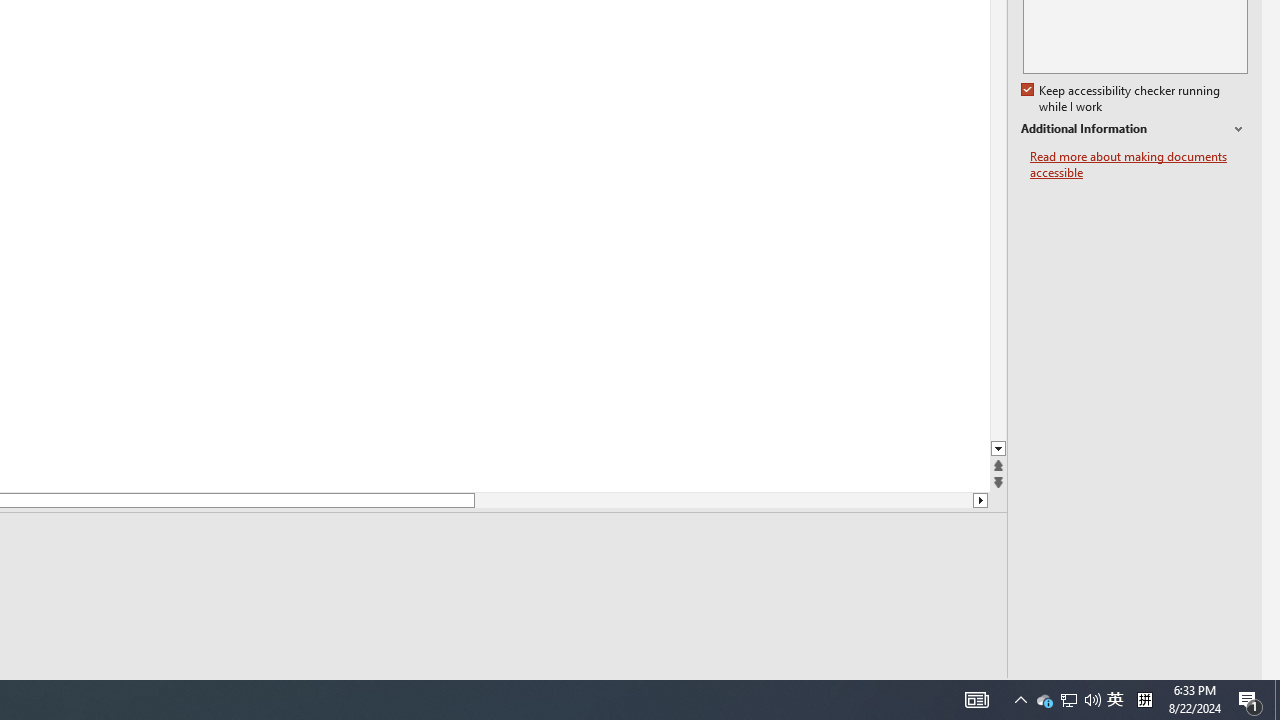 This screenshot has height=720, width=1280. What do you see at coordinates (1139, 163) in the screenshot?
I see `'Read more about making documents accessible'` at bounding box center [1139, 163].